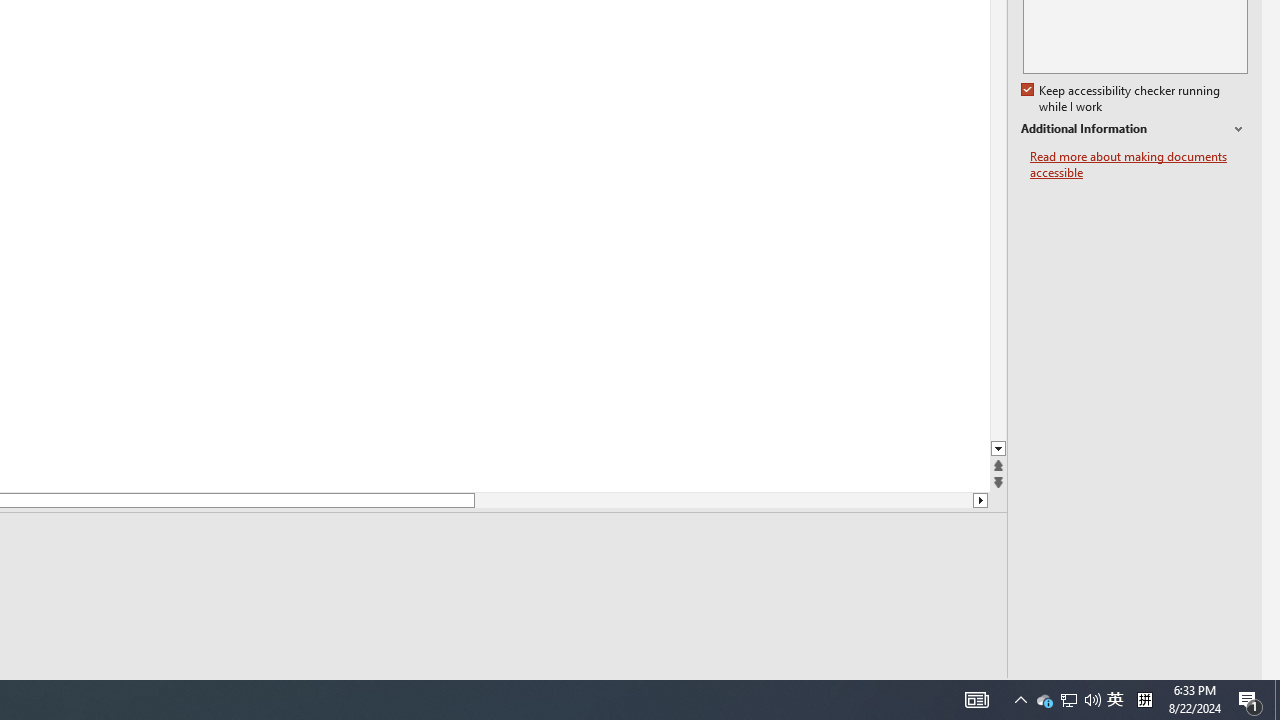 This screenshot has height=720, width=1280. What do you see at coordinates (1139, 163) in the screenshot?
I see `'Read more about making documents accessible'` at bounding box center [1139, 163].